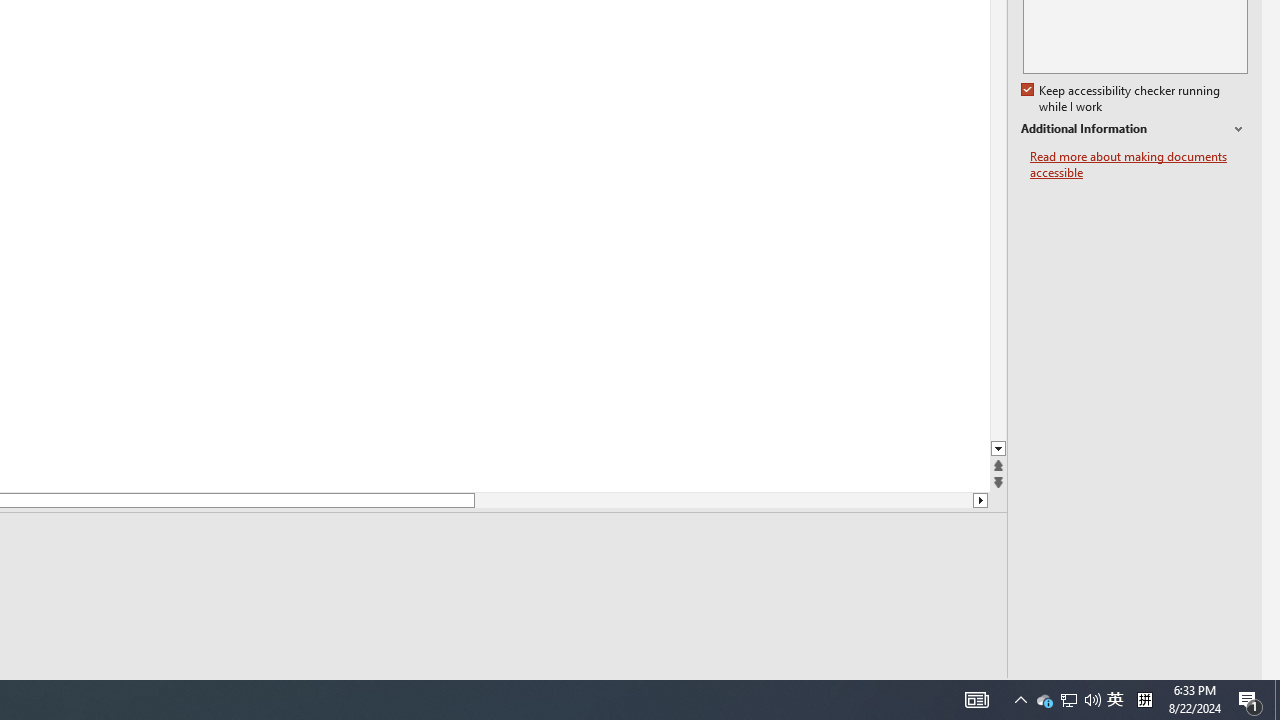 This screenshot has height=720, width=1280. What do you see at coordinates (1139, 163) in the screenshot?
I see `'Read more about making documents accessible'` at bounding box center [1139, 163].